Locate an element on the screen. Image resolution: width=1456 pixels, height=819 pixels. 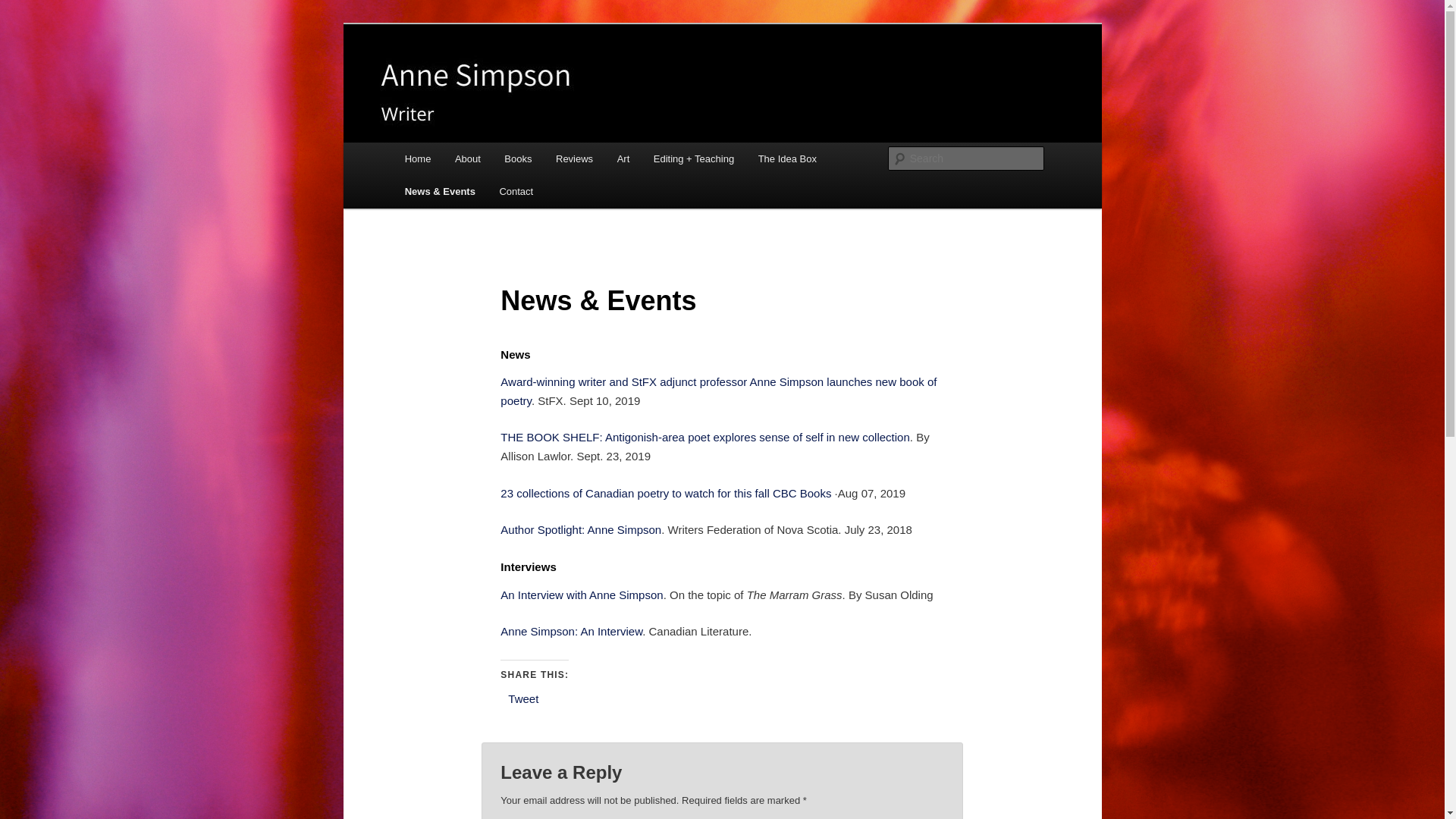
'An Interview with Anne Simpson' is located at coordinates (581, 594).